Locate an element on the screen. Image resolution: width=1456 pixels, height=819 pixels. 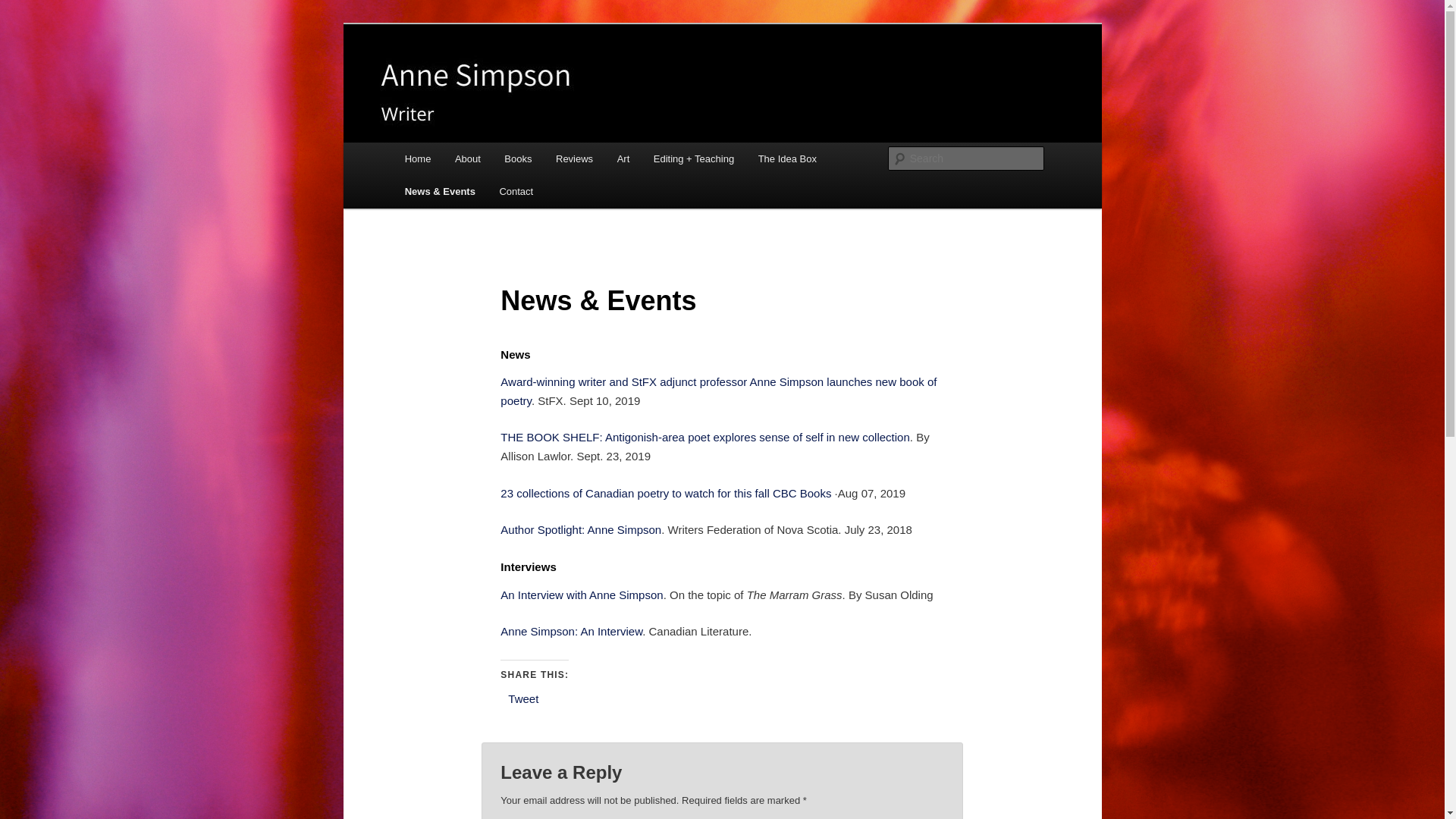
'An Interview with Anne Simpson' is located at coordinates (581, 594).